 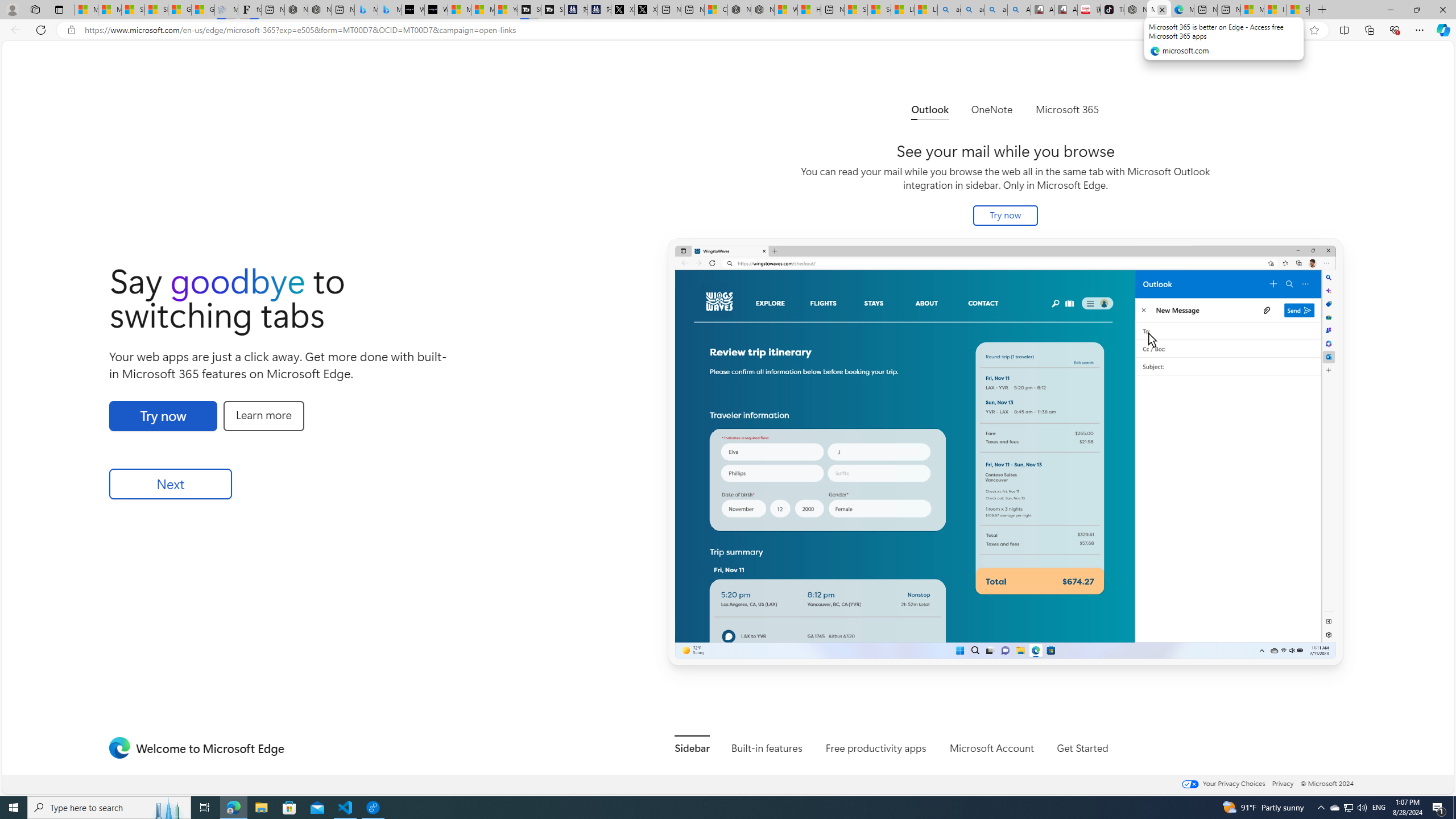 What do you see at coordinates (809, 9) in the screenshot?
I see `'Huge shark washes ashore at New York City beach | Watch'` at bounding box center [809, 9].